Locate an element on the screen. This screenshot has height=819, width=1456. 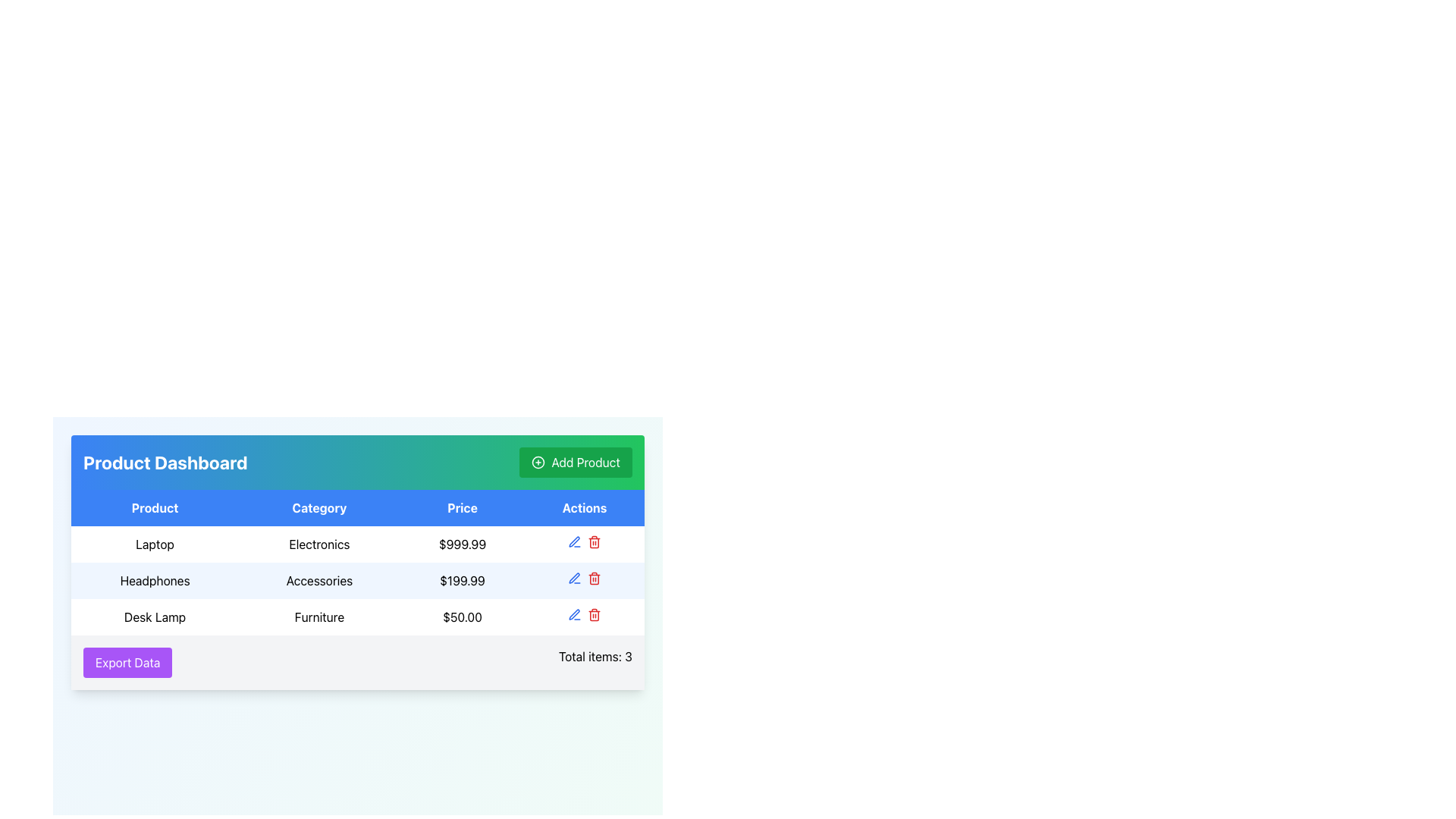
text from the label displaying the word 'Laptop', which is located in the first column of the second row of the table under the 'Product' header is located at coordinates (155, 543).